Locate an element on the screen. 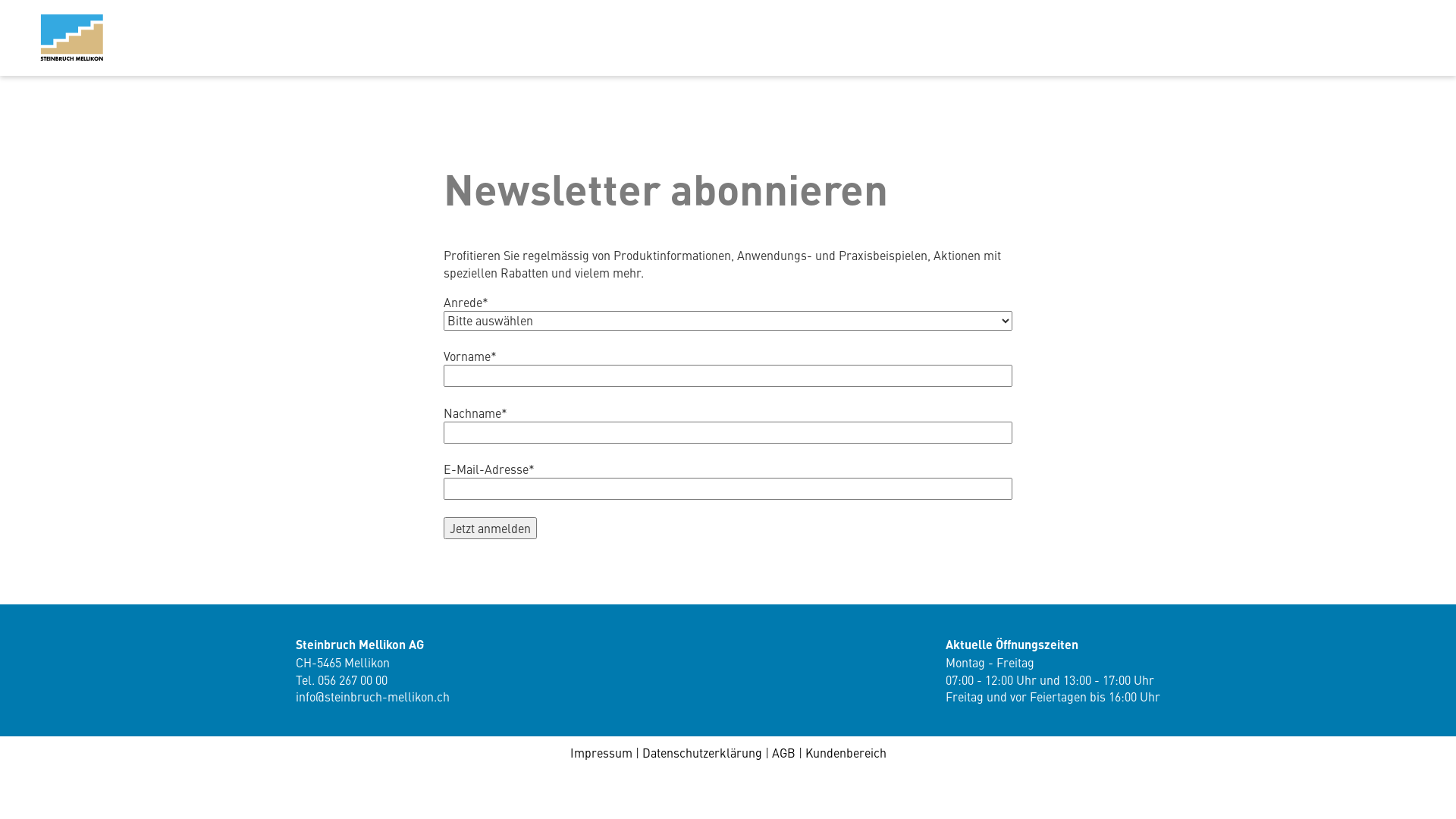 The width and height of the screenshot is (1456, 819). 'Kundenbereich' is located at coordinates (845, 752).